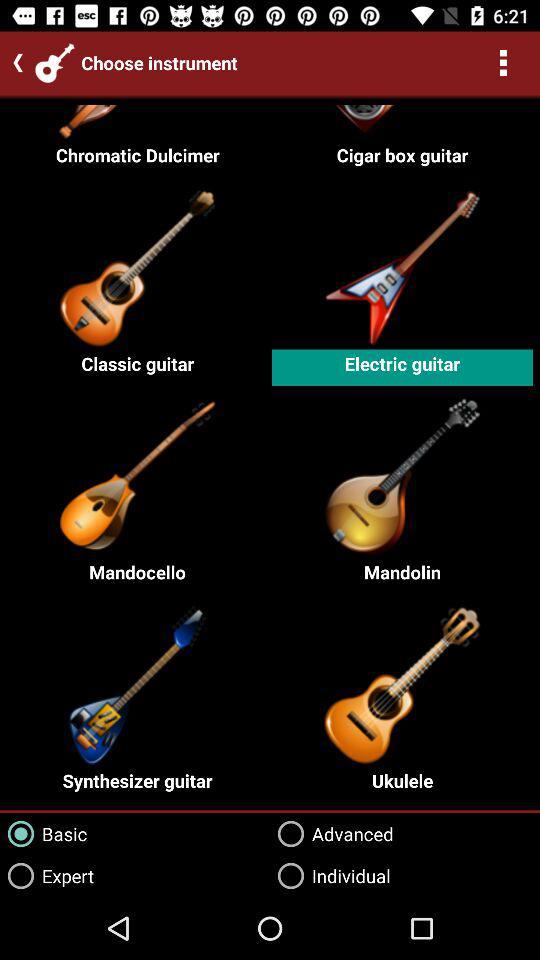 Image resolution: width=540 pixels, height=960 pixels. I want to click on the image above mandocello, so click(137, 474).